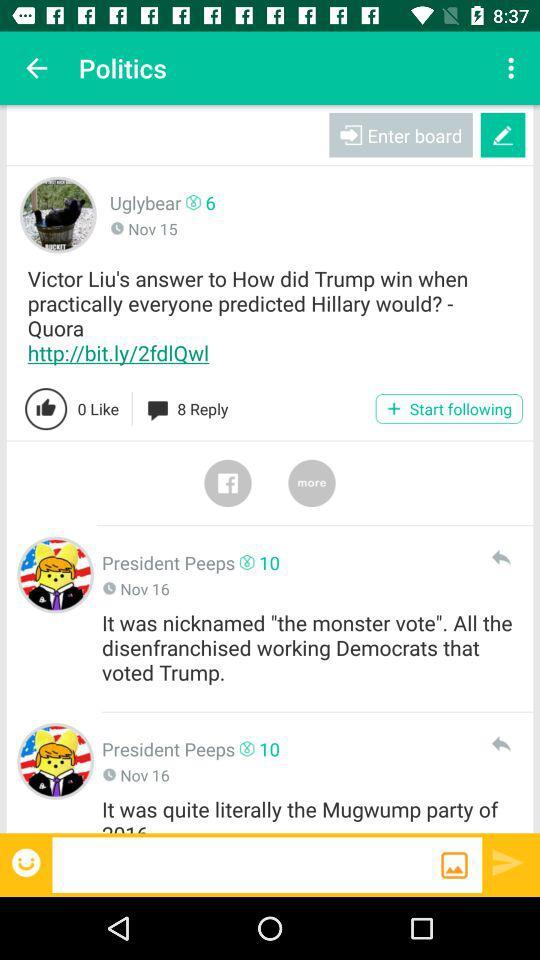 The image size is (540, 960). I want to click on the send option, so click(508, 861).